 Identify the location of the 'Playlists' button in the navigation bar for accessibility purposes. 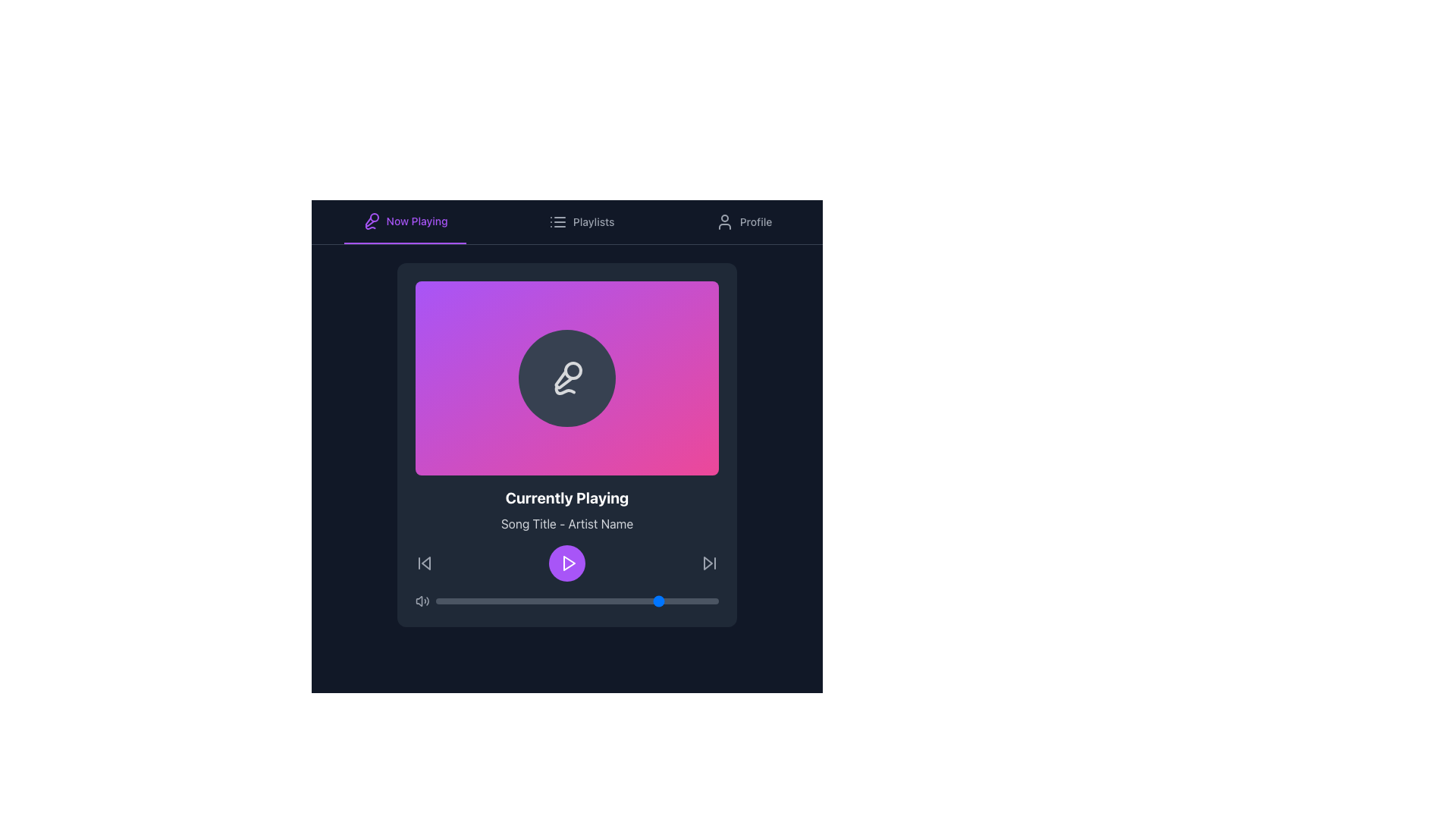
(581, 222).